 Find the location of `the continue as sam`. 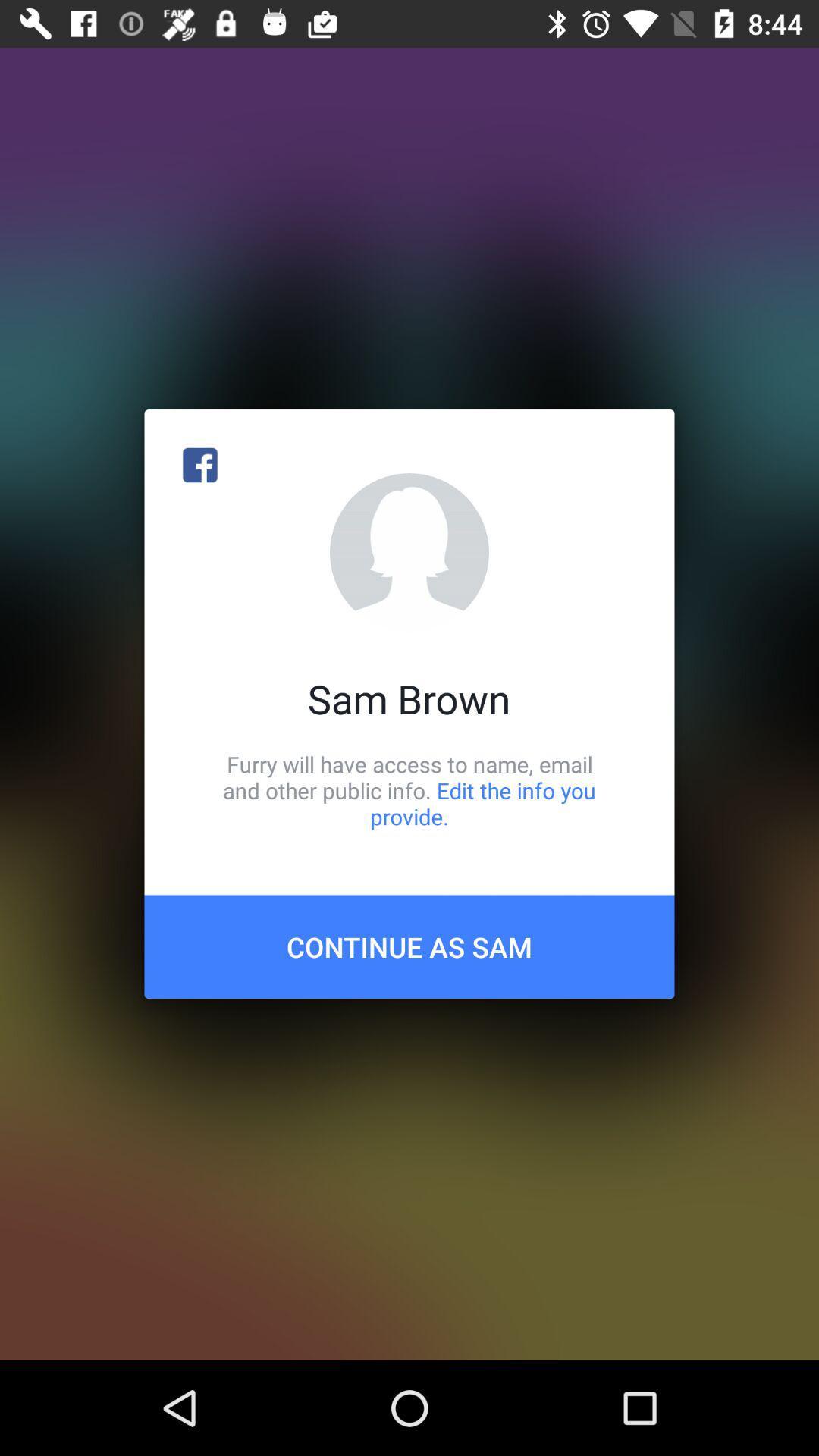

the continue as sam is located at coordinates (409, 946).